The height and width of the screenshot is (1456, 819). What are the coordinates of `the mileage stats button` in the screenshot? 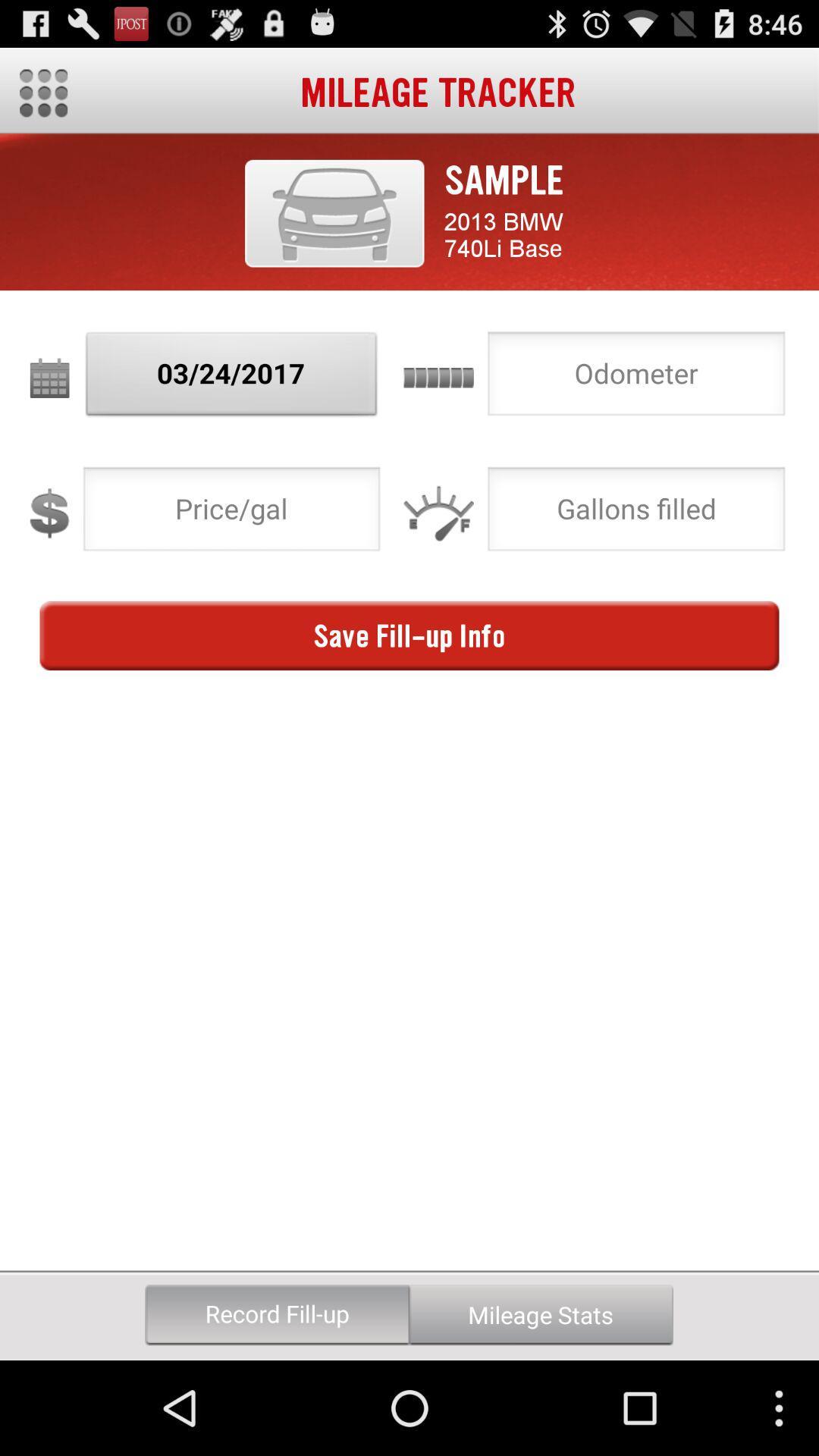 It's located at (540, 1314).